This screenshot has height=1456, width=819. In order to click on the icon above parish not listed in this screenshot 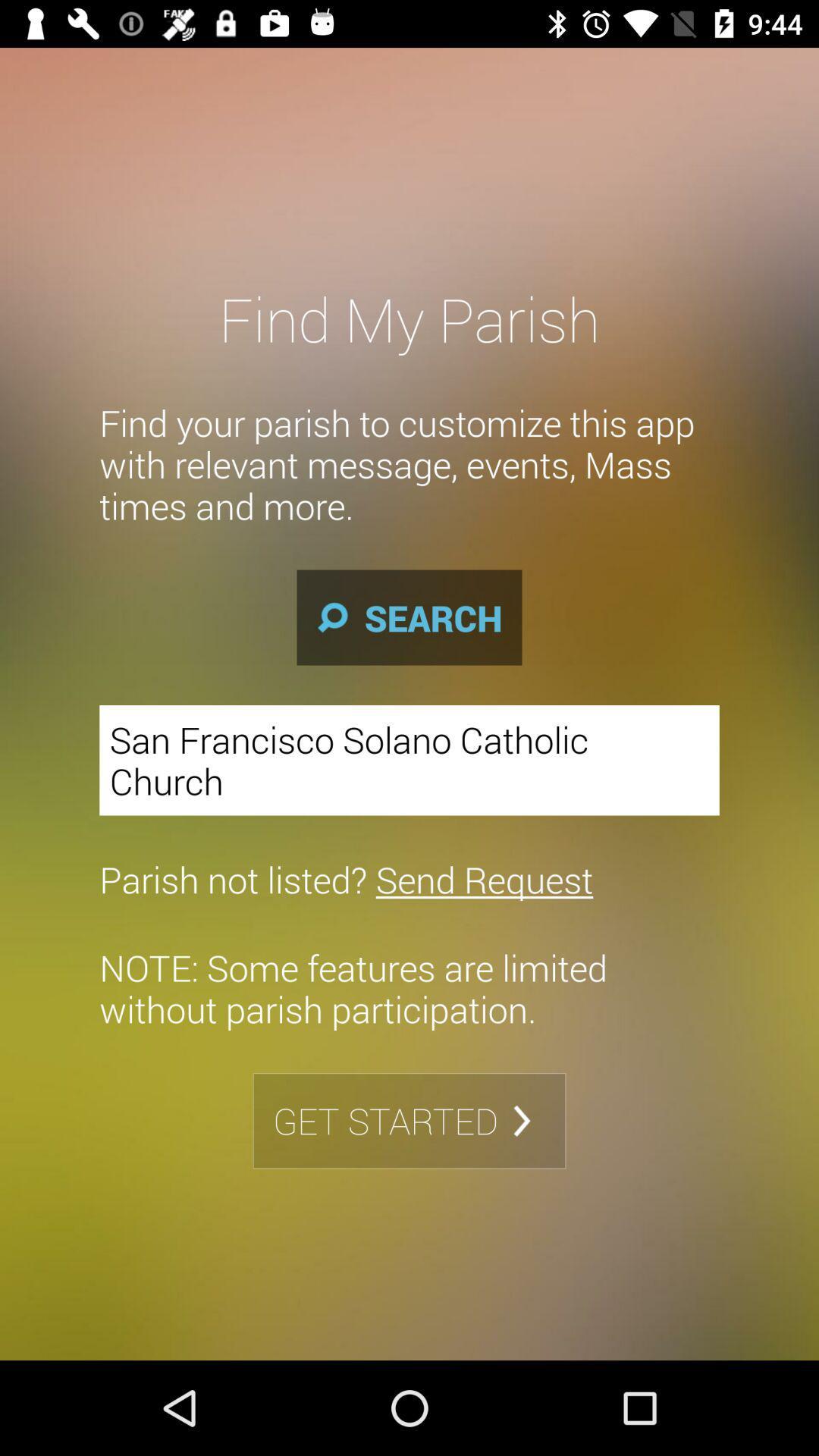, I will do `click(409, 760)`.